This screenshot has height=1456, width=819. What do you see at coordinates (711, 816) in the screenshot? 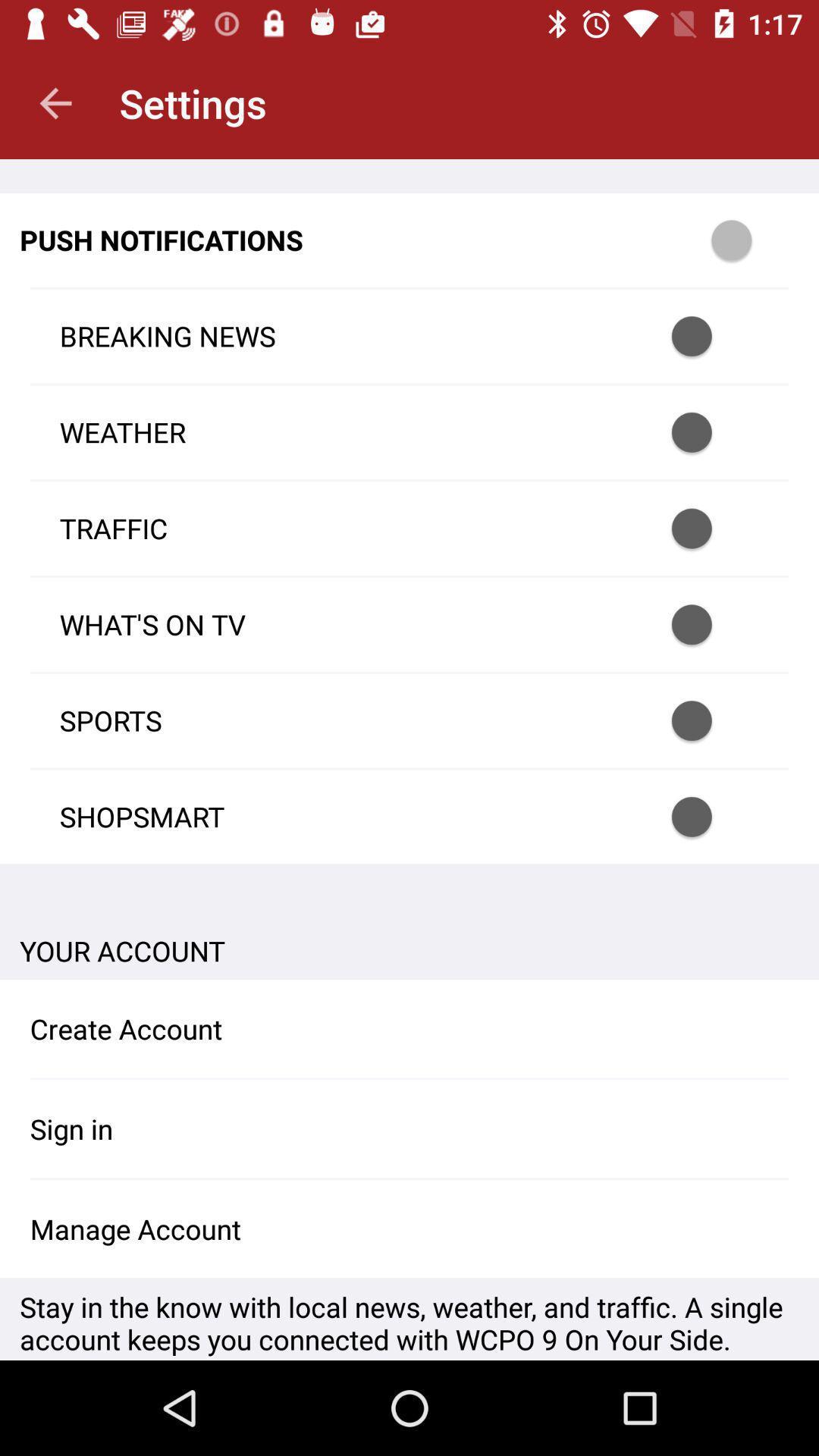
I see `shopsmart notifications` at bounding box center [711, 816].